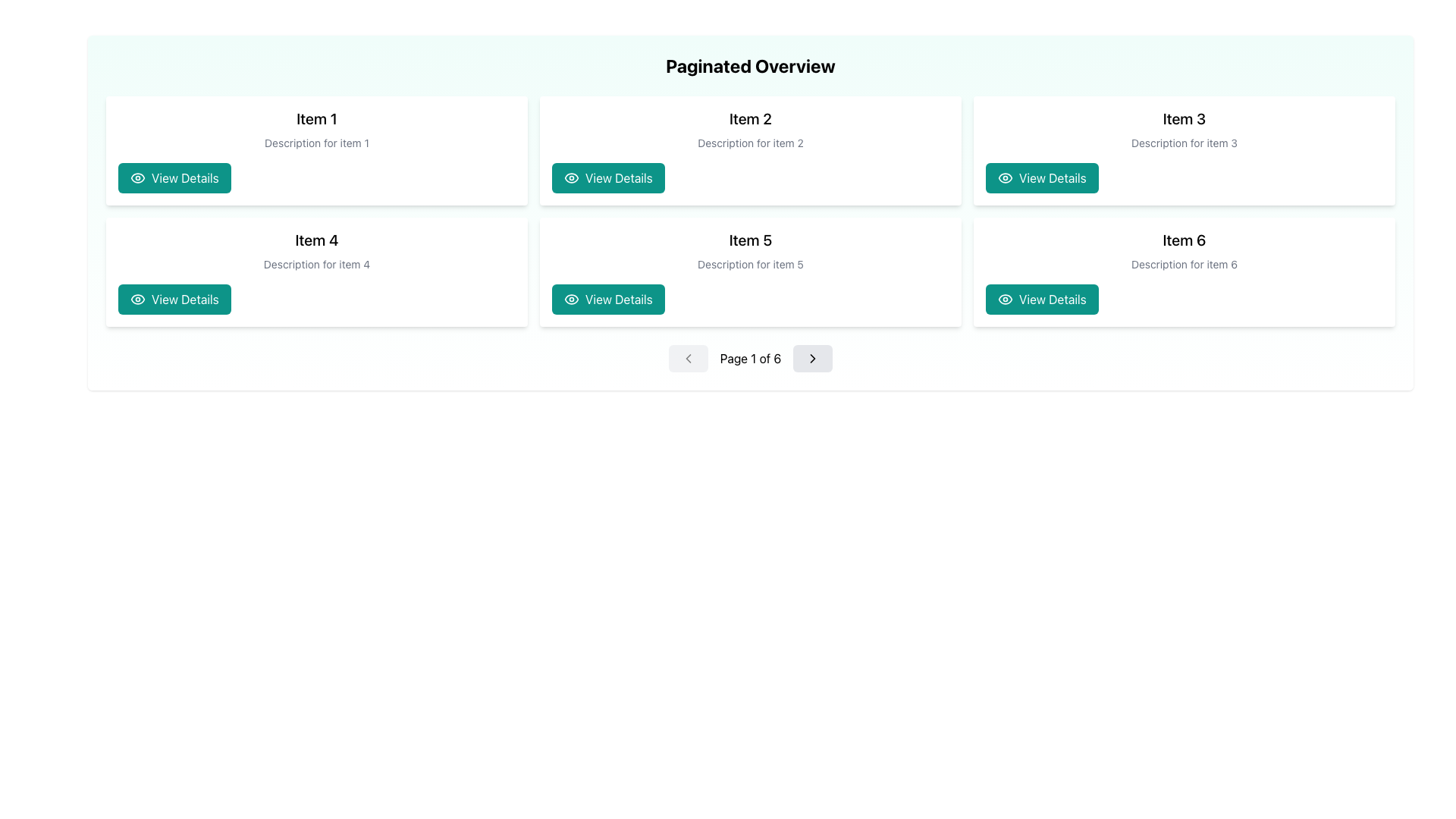  What do you see at coordinates (750, 143) in the screenshot?
I see `the Text label that provides a description or subtitle for 'Item 2', located directly below the title and above the 'View Details' button` at bounding box center [750, 143].